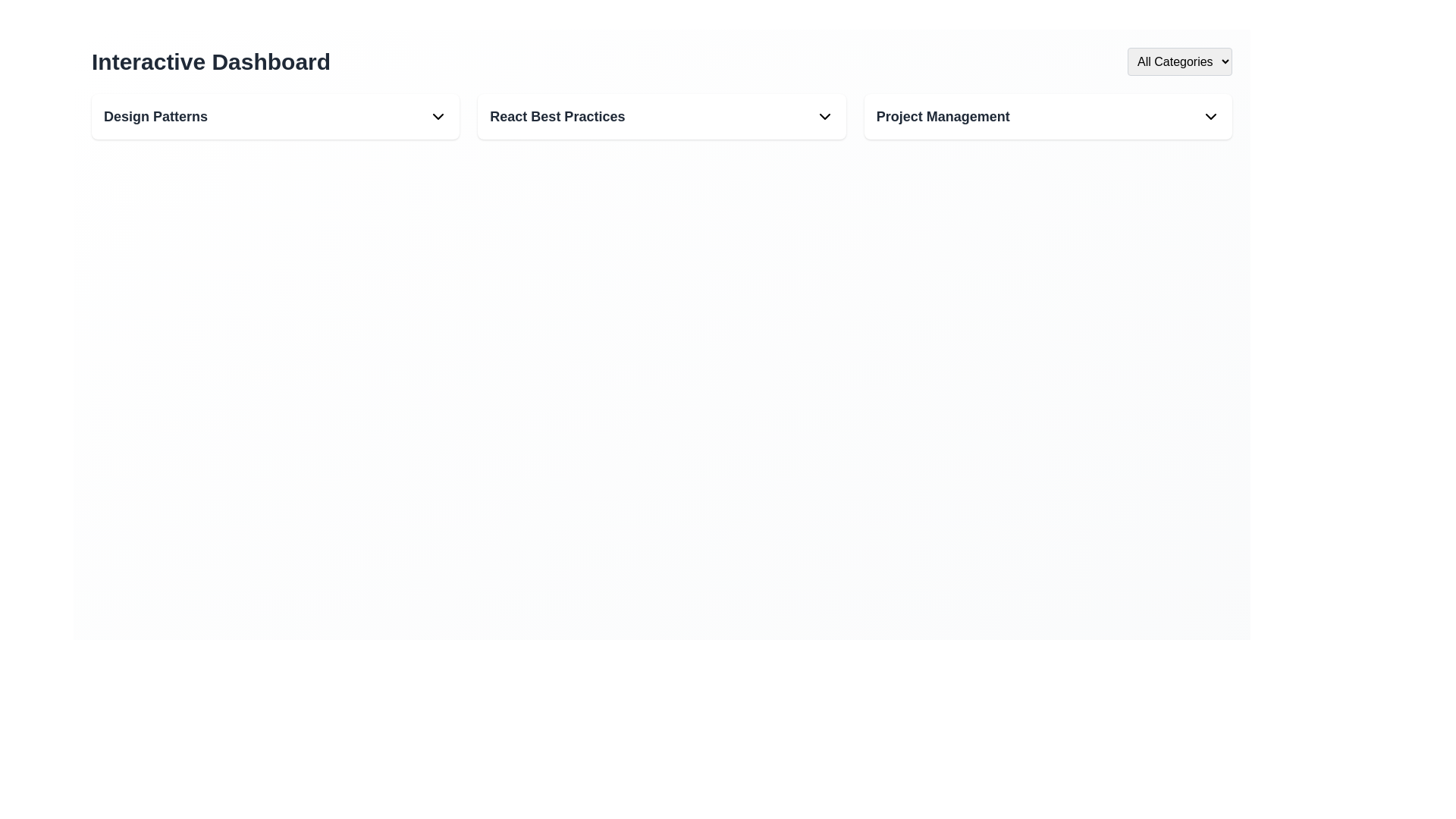 This screenshot has height=819, width=1456. Describe the element at coordinates (1210, 116) in the screenshot. I see `the Icon Button located in the 'Project Management' section at the top-right of the interface` at that location.